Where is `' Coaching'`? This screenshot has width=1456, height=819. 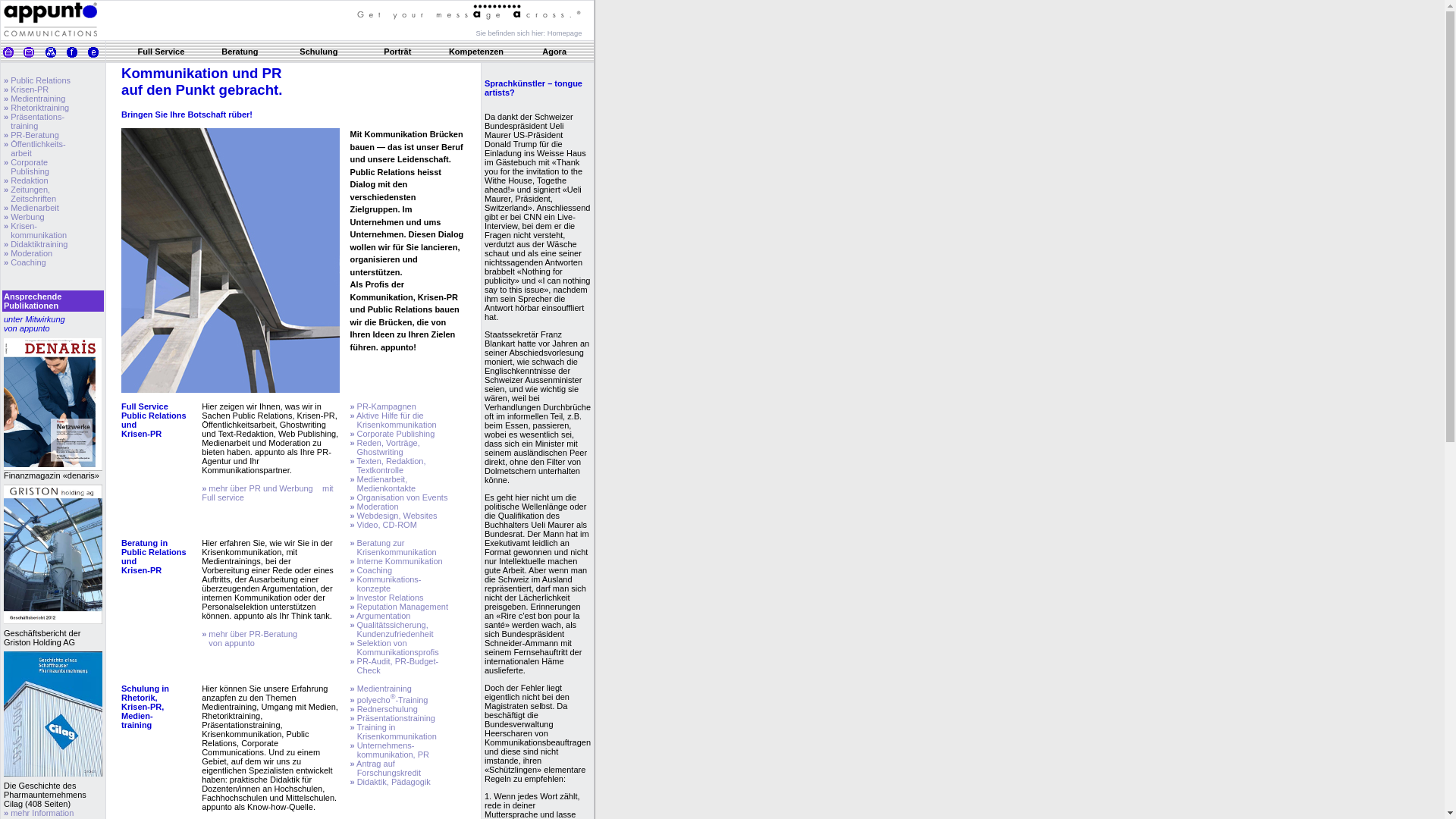 ' Coaching' is located at coordinates (27, 262).